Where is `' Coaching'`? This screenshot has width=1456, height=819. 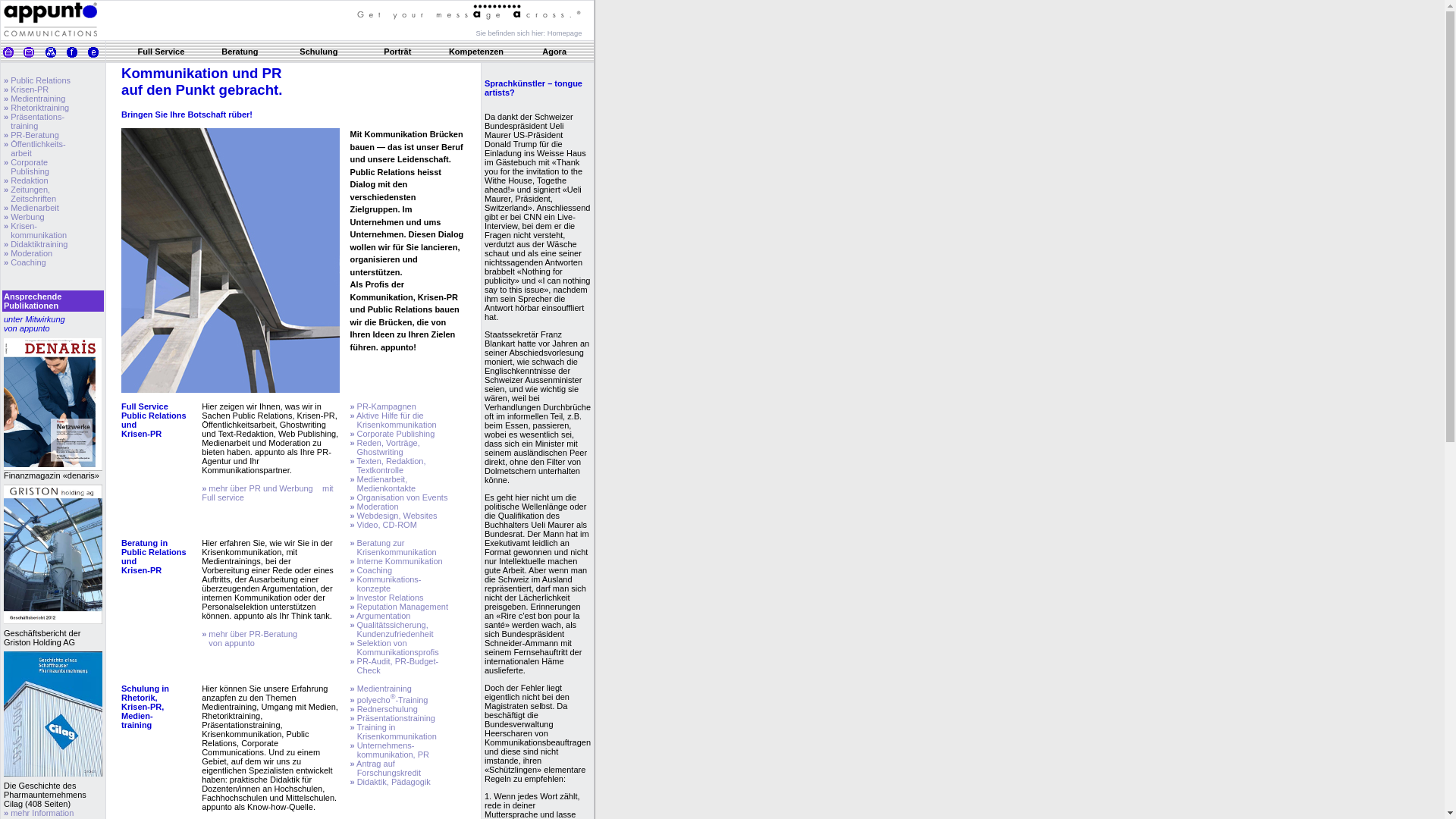 ' Coaching' is located at coordinates (27, 262).